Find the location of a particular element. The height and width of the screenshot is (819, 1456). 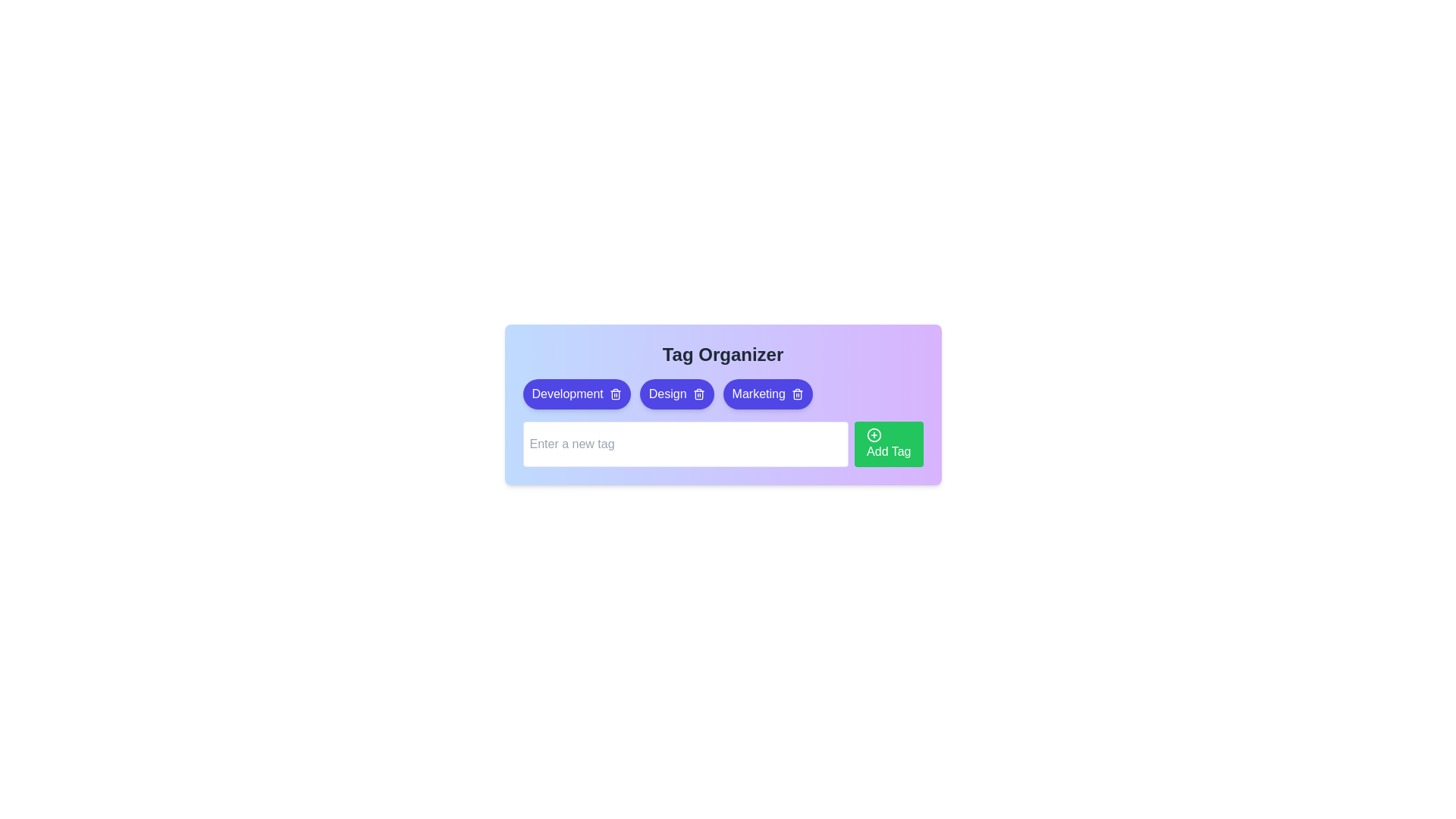

the 'Design' button, which is the second button in a horizontal layout, styled with rounded corners and an indigo background, featuring the text 'Design' in white bold typeface is located at coordinates (676, 394).